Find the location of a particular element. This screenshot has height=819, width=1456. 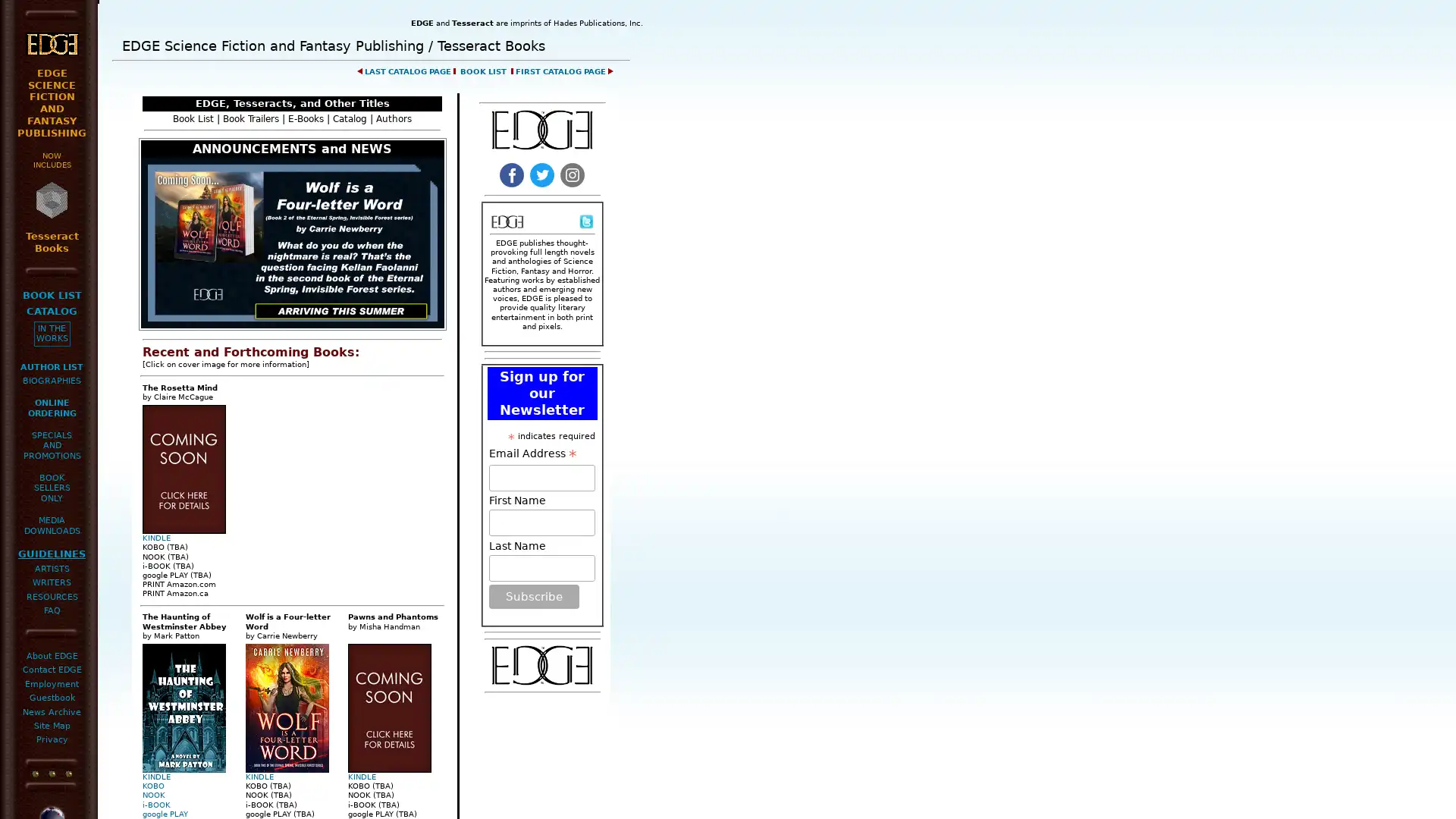

Subscribe is located at coordinates (533, 595).